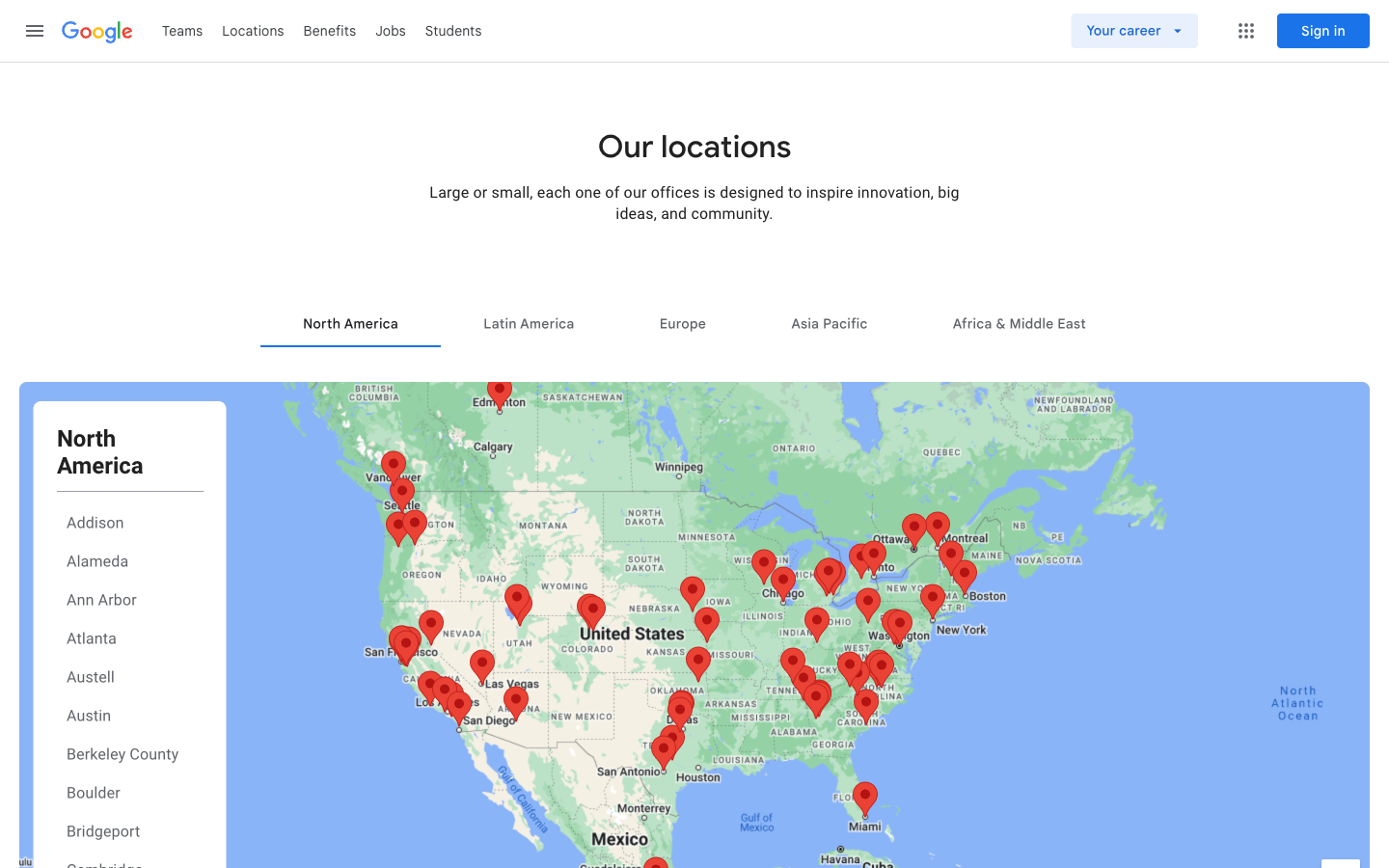  I want to click on View Benefits section, so click(330, 29).